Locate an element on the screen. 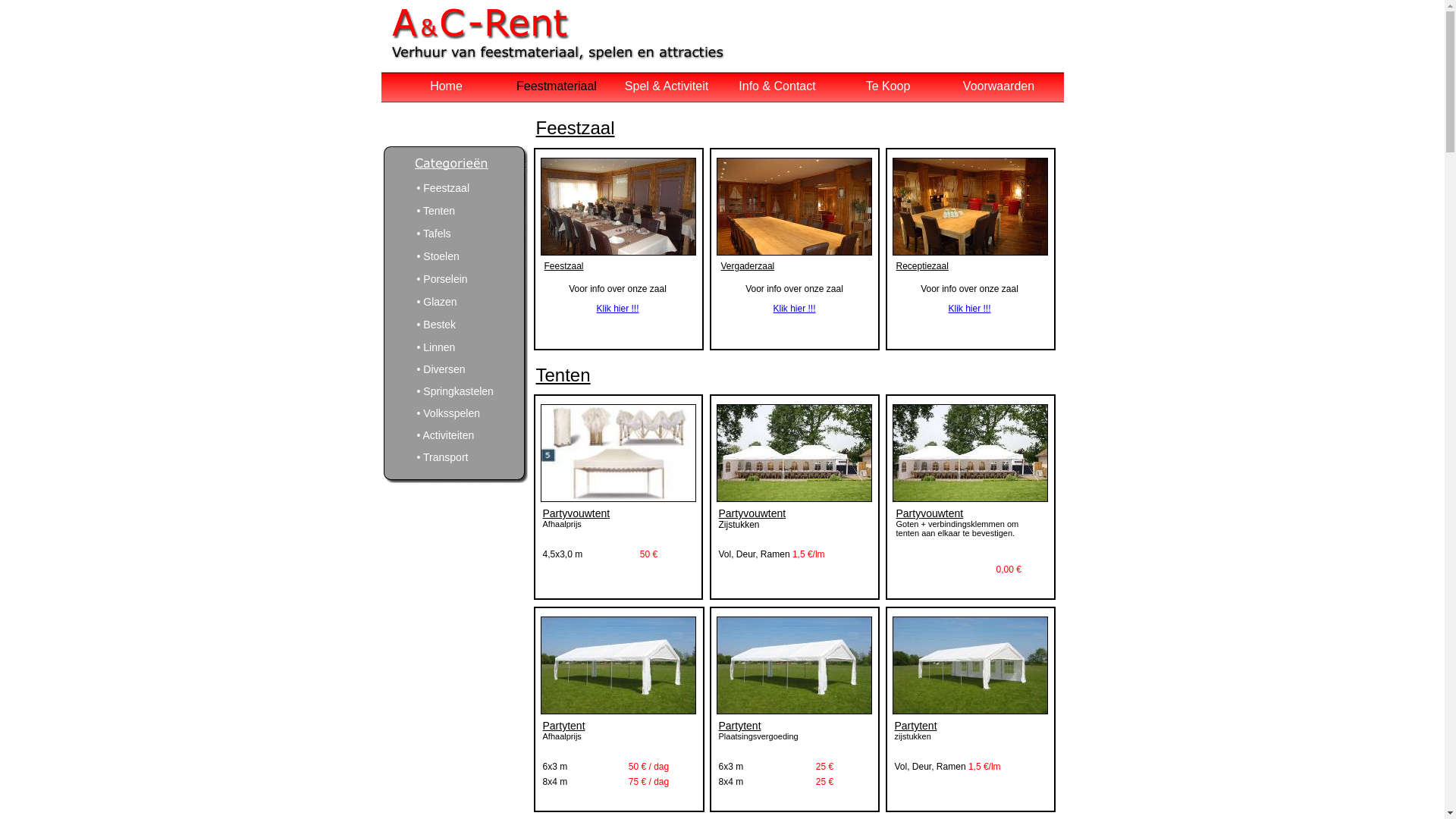 The image size is (1456, 819). 'Spel & Activiteit' is located at coordinates (666, 86).